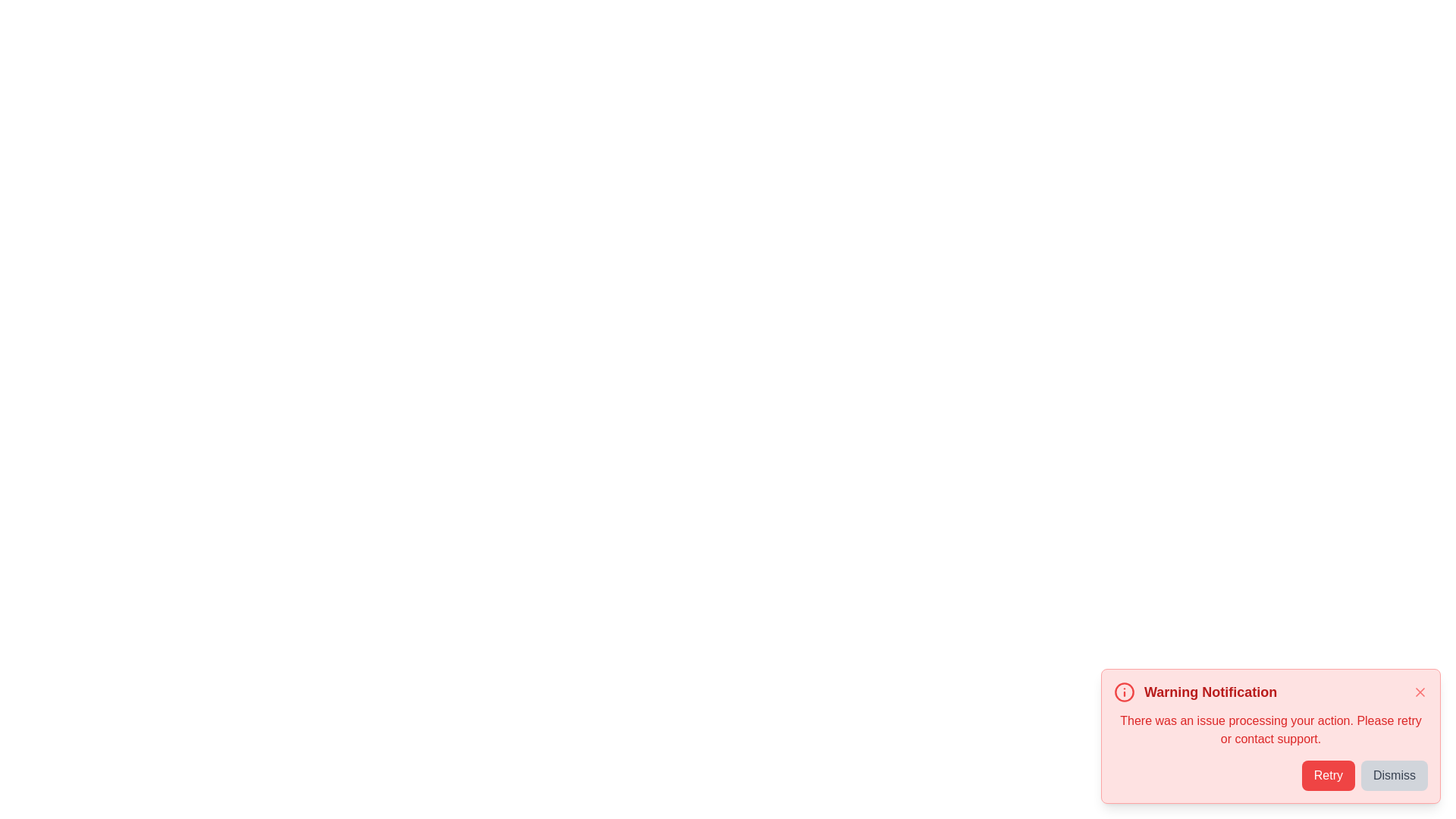 The height and width of the screenshot is (819, 1456). I want to click on the 'Retry' button to retry the action, so click(1327, 775).